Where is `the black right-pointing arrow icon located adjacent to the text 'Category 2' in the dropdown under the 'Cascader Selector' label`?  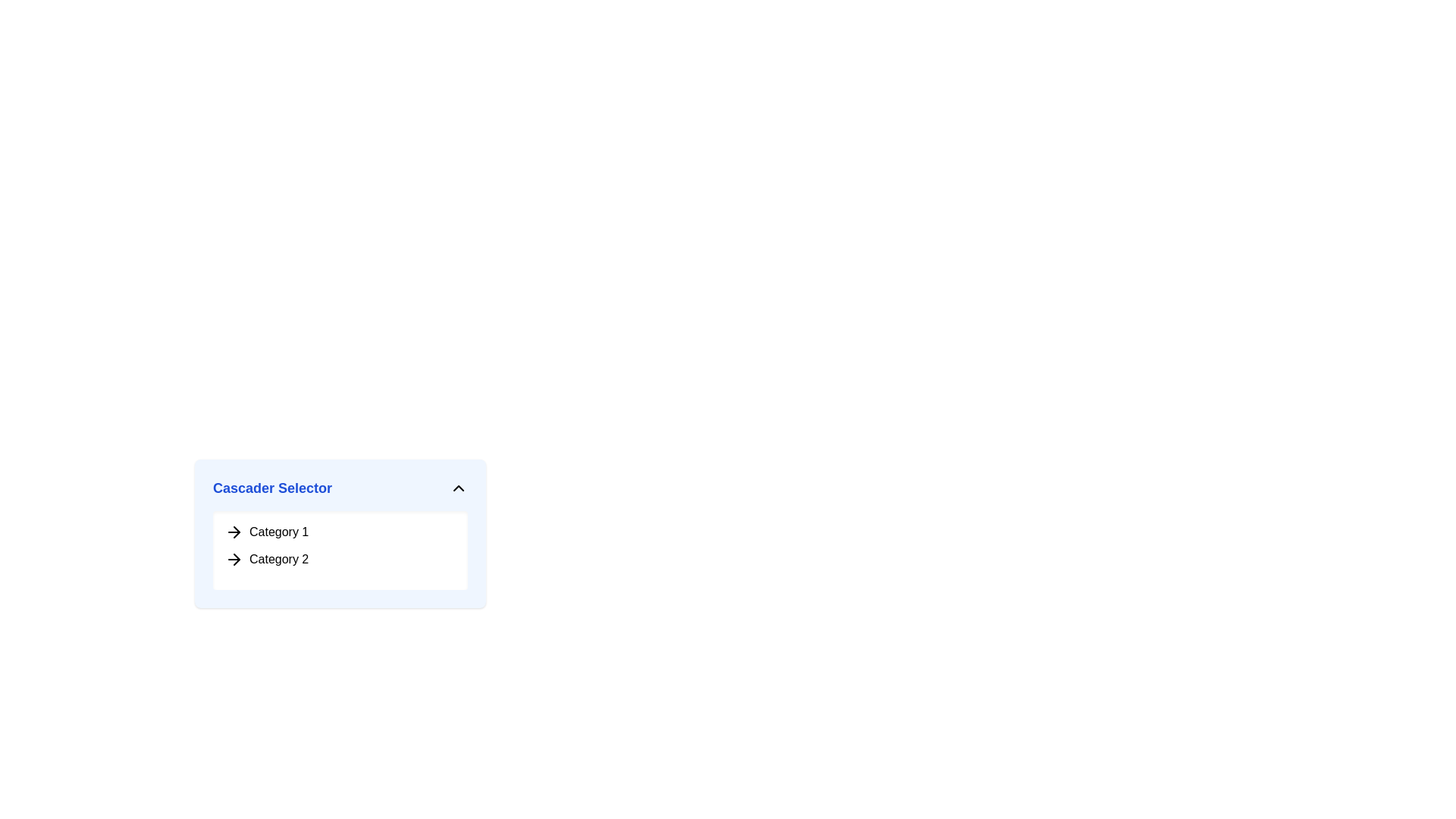 the black right-pointing arrow icon located adjacent to the text 'Category 2' in the dropdown under the 'Cascader Selector' label is located at coordinates (236, 559).